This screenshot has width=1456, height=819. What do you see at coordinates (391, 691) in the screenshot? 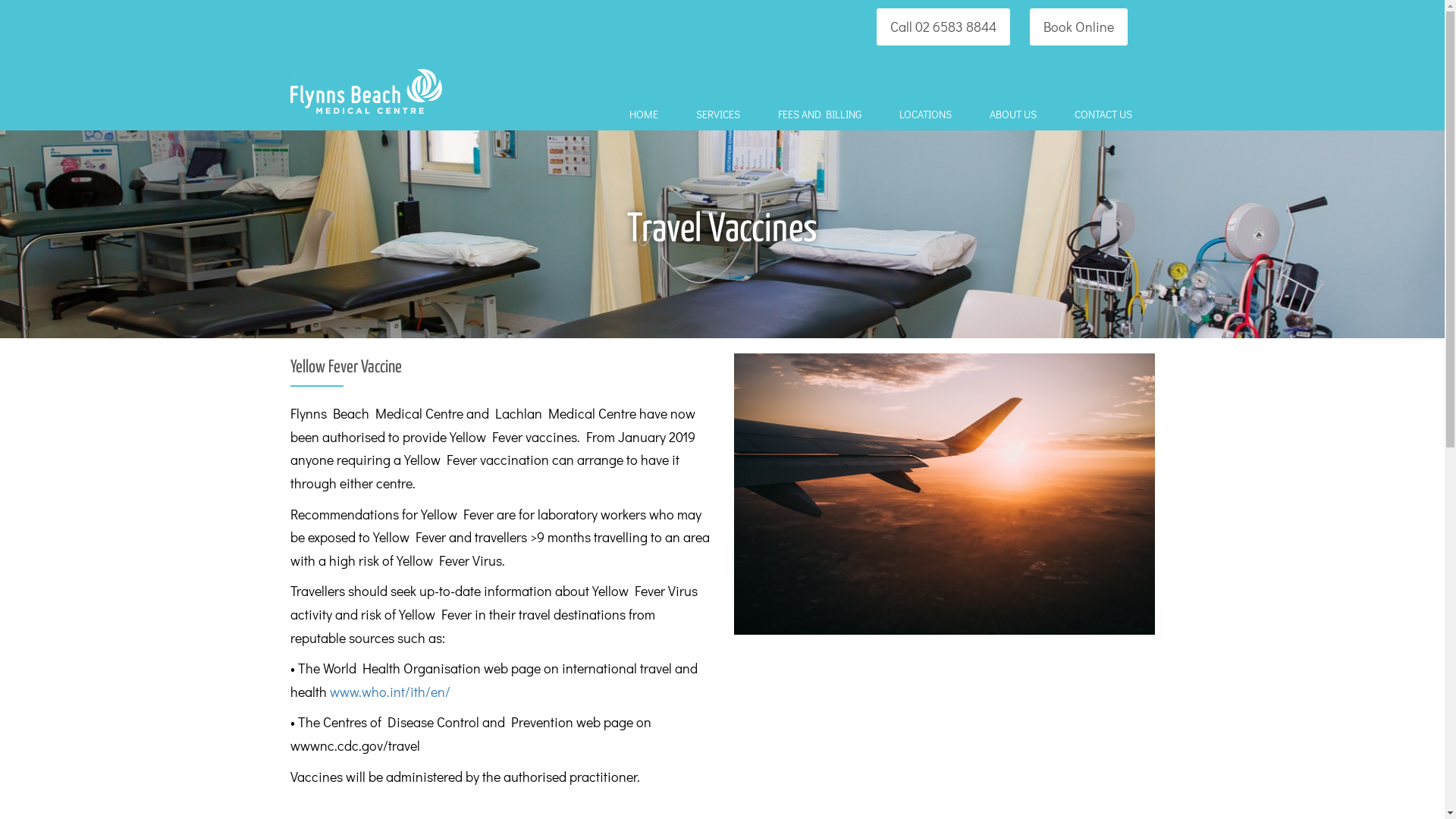
I see `'www.who.int/ith/en/ '` at bounding box center [391, 691].